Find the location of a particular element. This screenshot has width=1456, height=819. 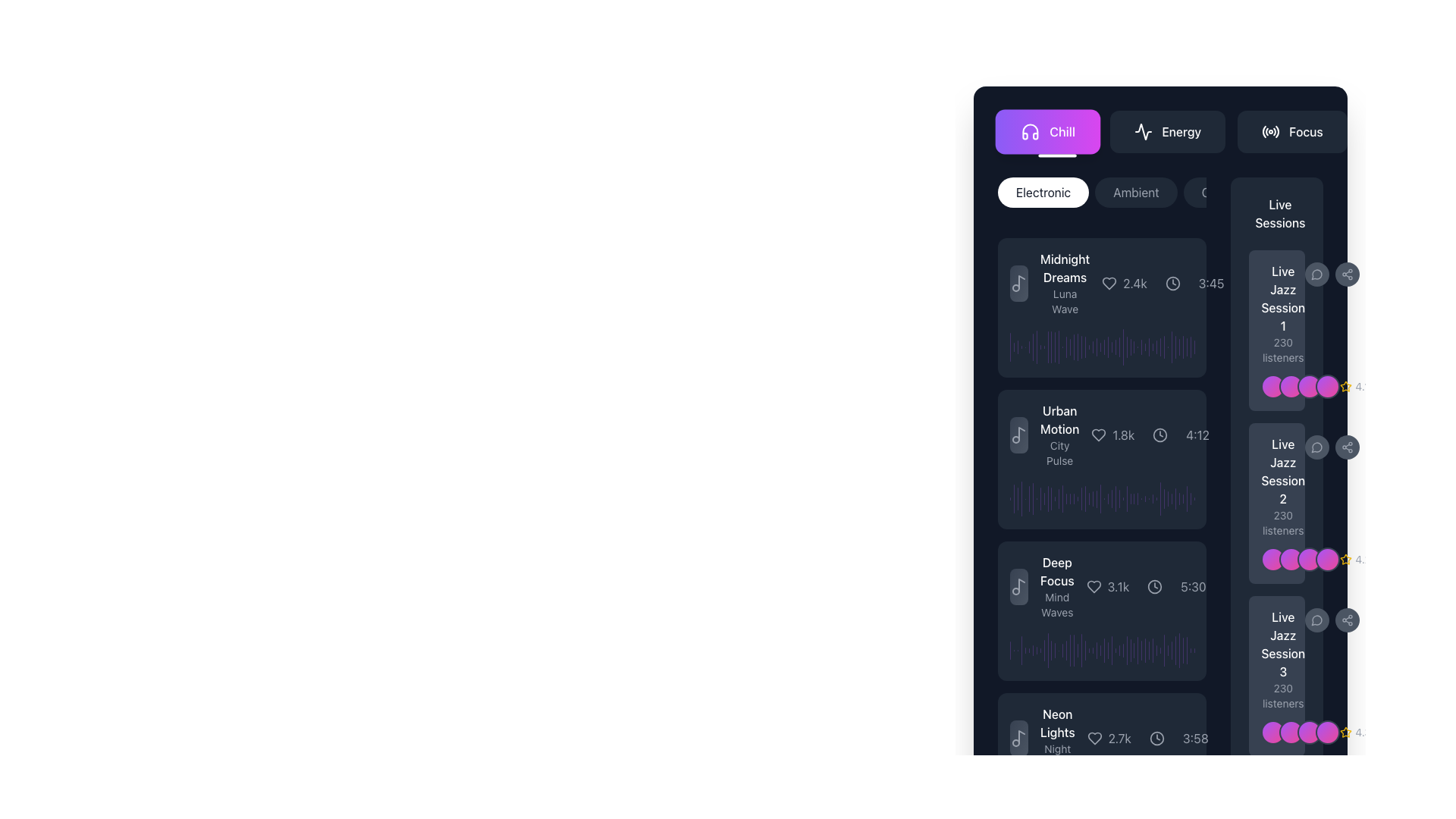

the 29th vertical bar in the visualizer diagram located at the bottom of the sidebar interface is located at coordinates (1119, 499).